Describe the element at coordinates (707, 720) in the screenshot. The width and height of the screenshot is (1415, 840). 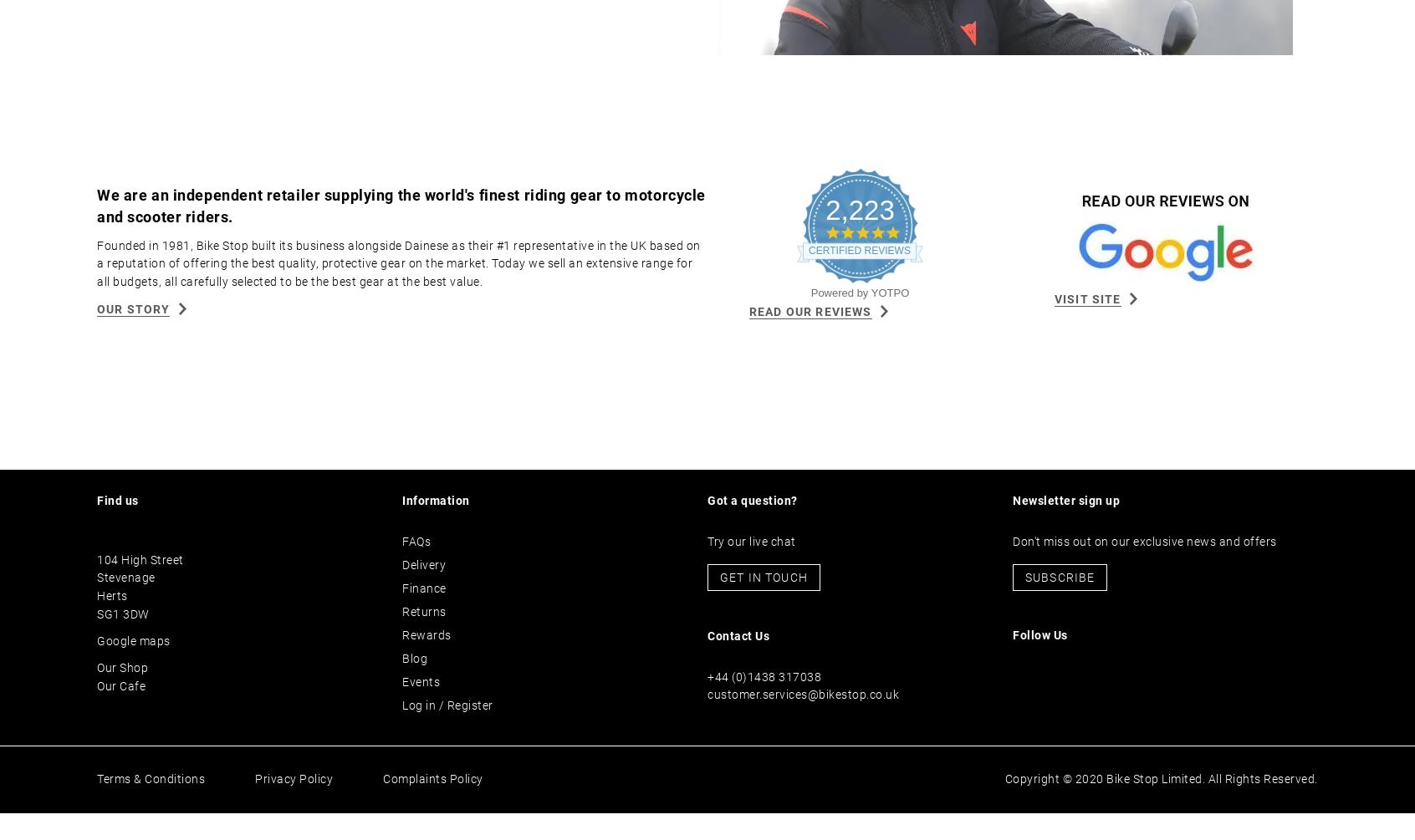
I see `'customer.services@bikestop.co.uk'` at that location.